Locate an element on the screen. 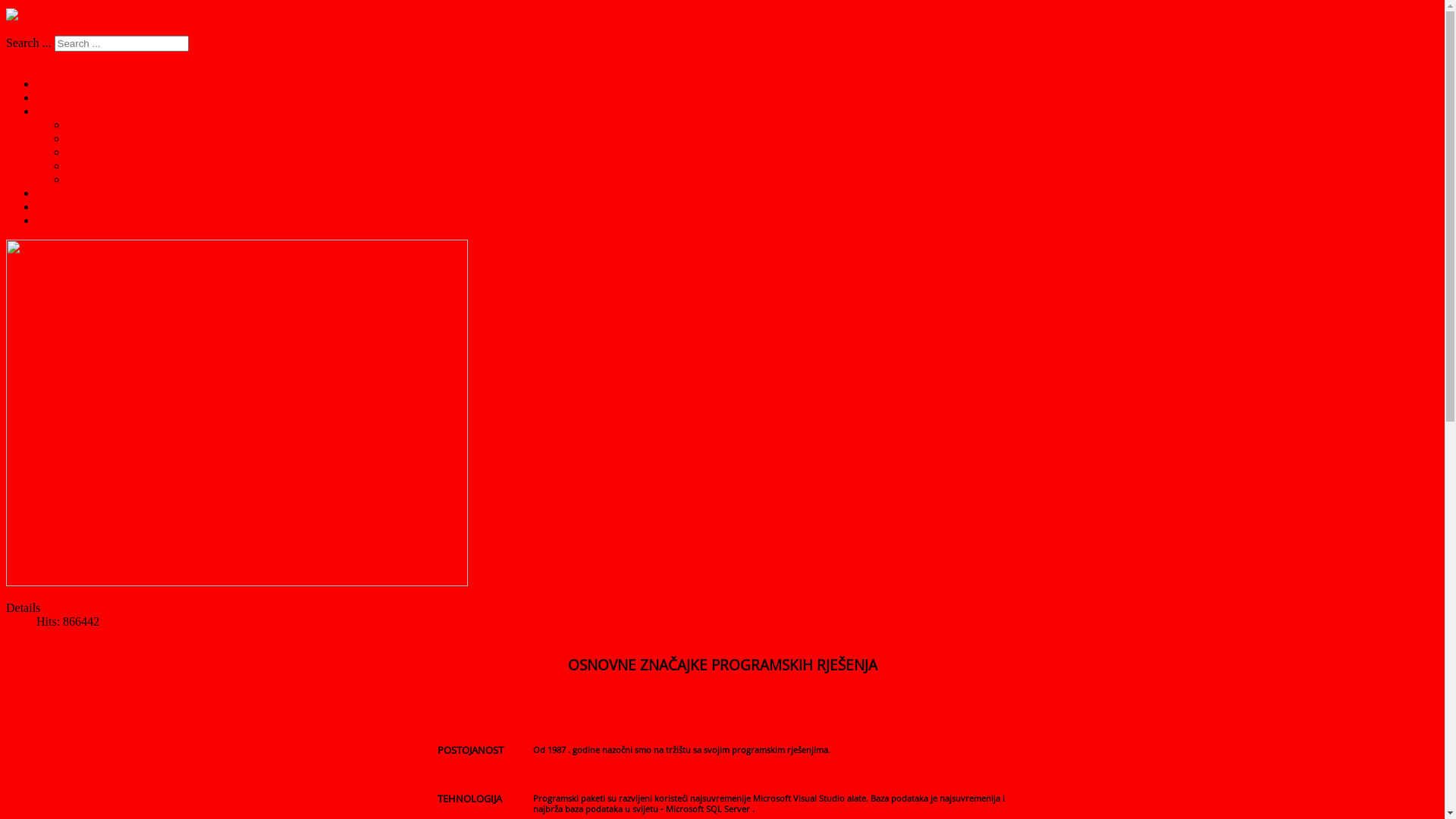 The image size is (1456, 819). 'Programi' is located at coordinates (58, 97).